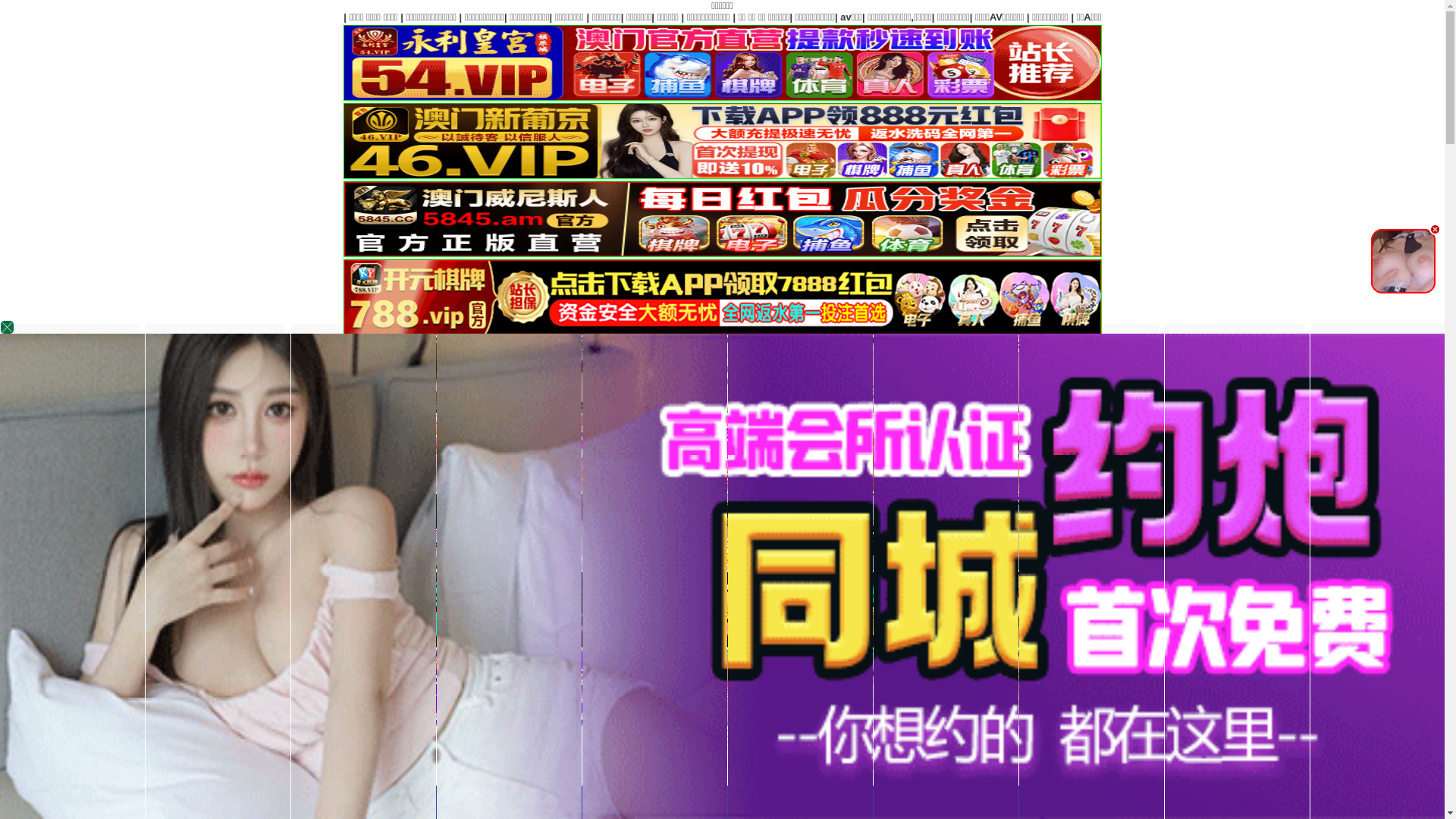 The width and height of the screenshot is (1456, 819). Describe the element at coordinates (1092, 17) in the screenshot. I see `'|'` at that location.